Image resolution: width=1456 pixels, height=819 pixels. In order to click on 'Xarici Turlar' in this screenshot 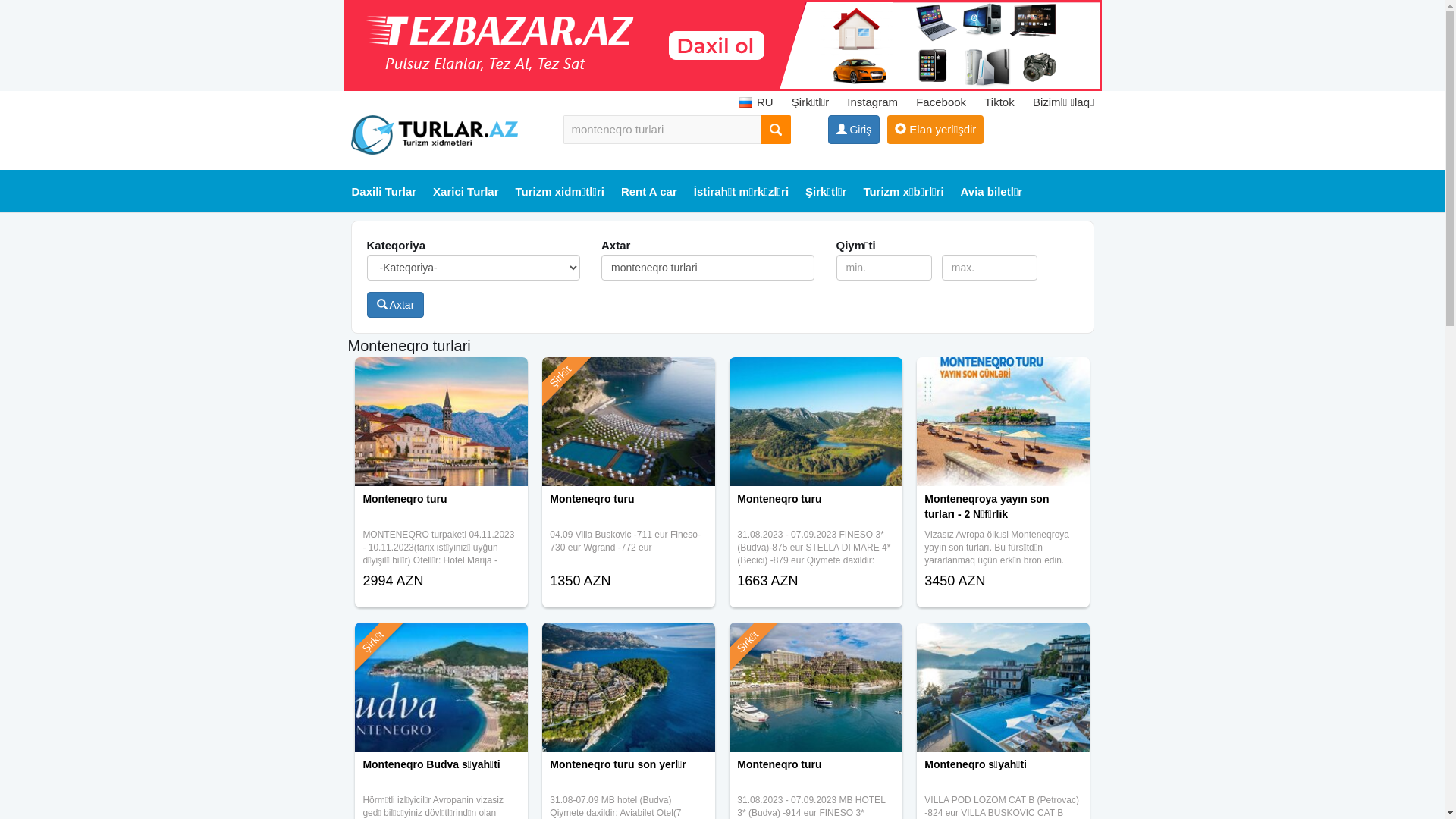, I will do `click(465, 191)`.